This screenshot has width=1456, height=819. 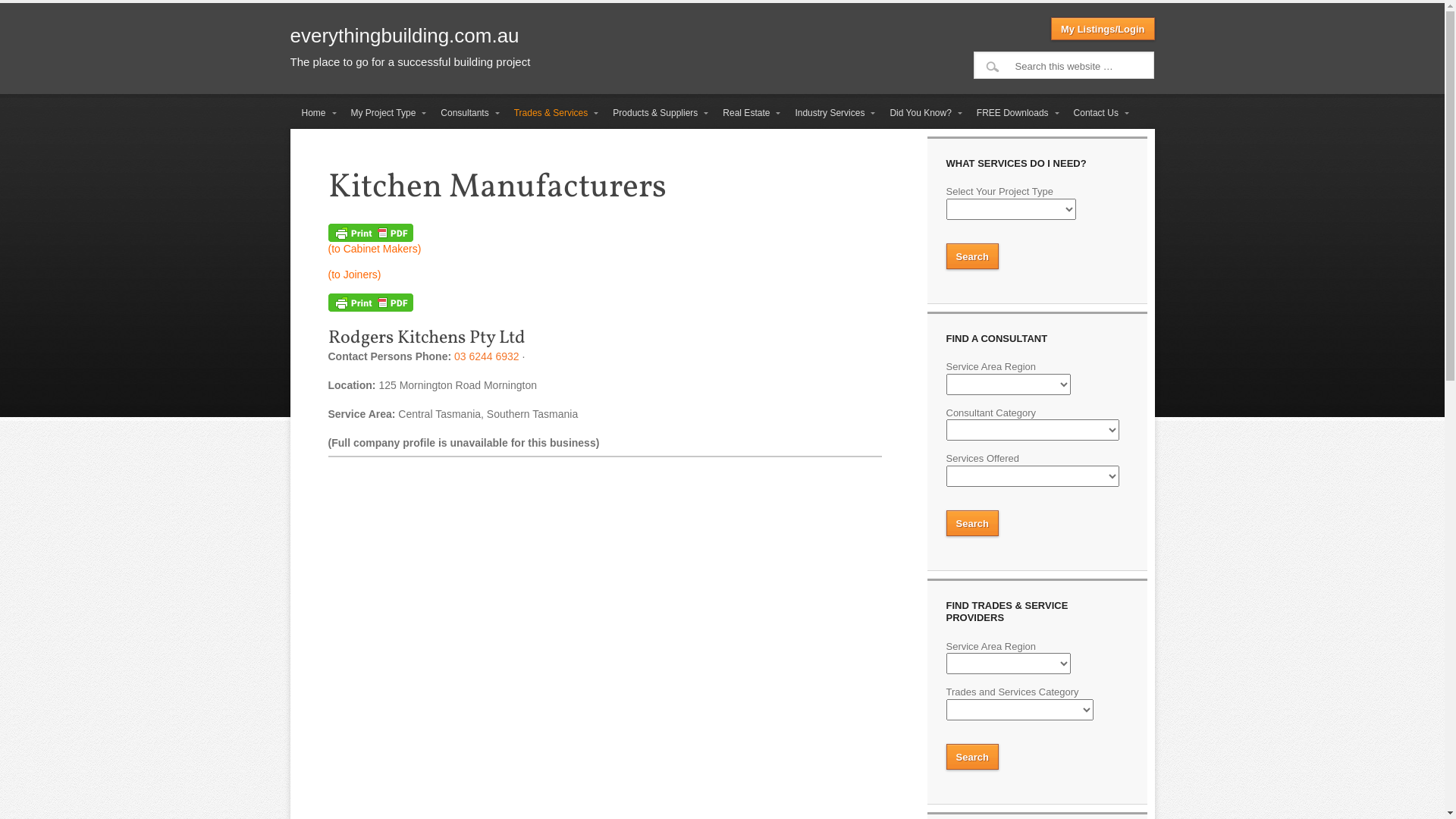 What do you see at coordinates (1097, 112) in the screenshot?
I see `'Contact Us'` at bounding box center [1097, 112].